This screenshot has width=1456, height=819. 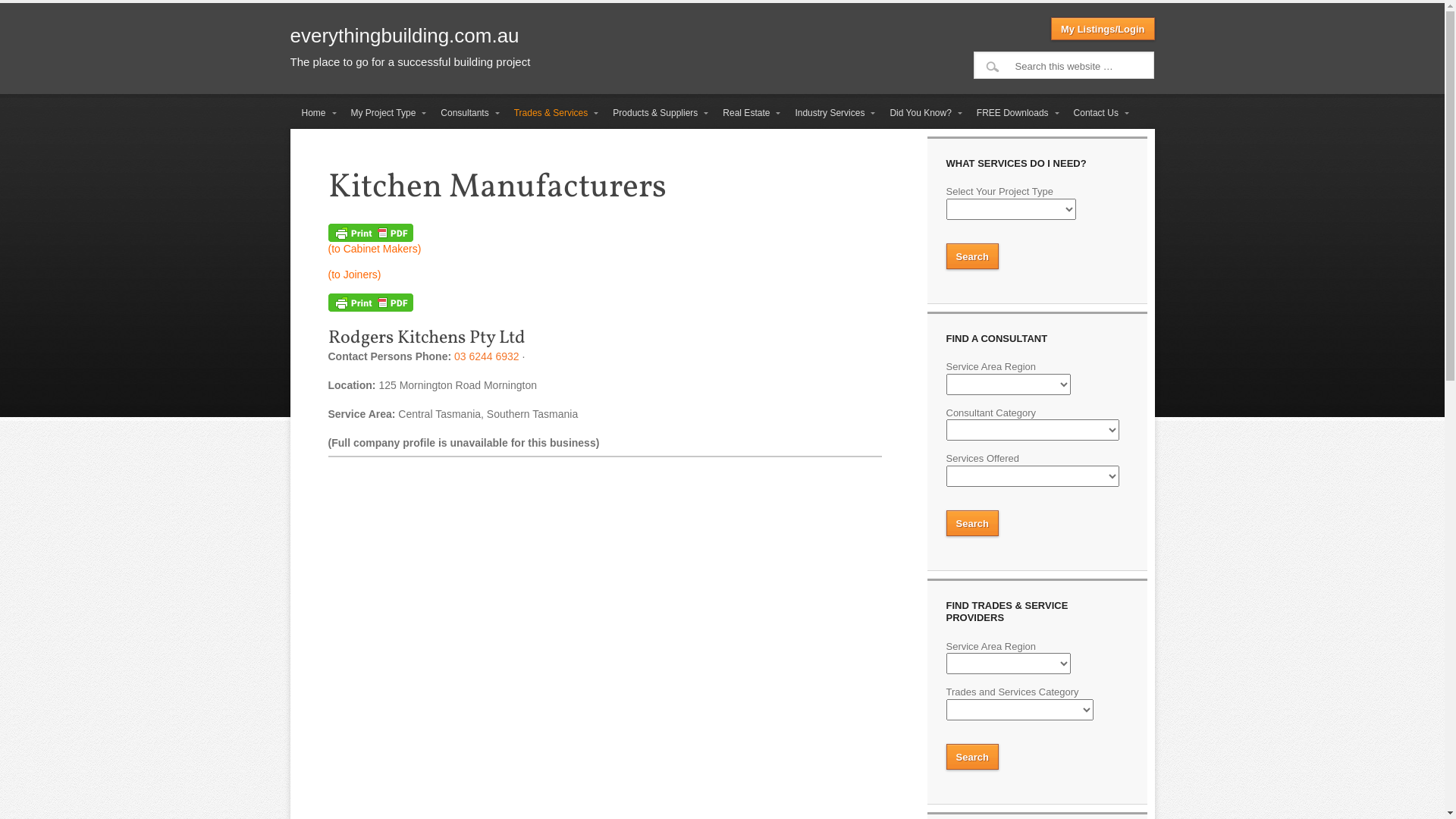 What do you see at coordinates (1097, 112) in the screenshot?
I see `'Contact Us'` at bounding box center [1097, 112].